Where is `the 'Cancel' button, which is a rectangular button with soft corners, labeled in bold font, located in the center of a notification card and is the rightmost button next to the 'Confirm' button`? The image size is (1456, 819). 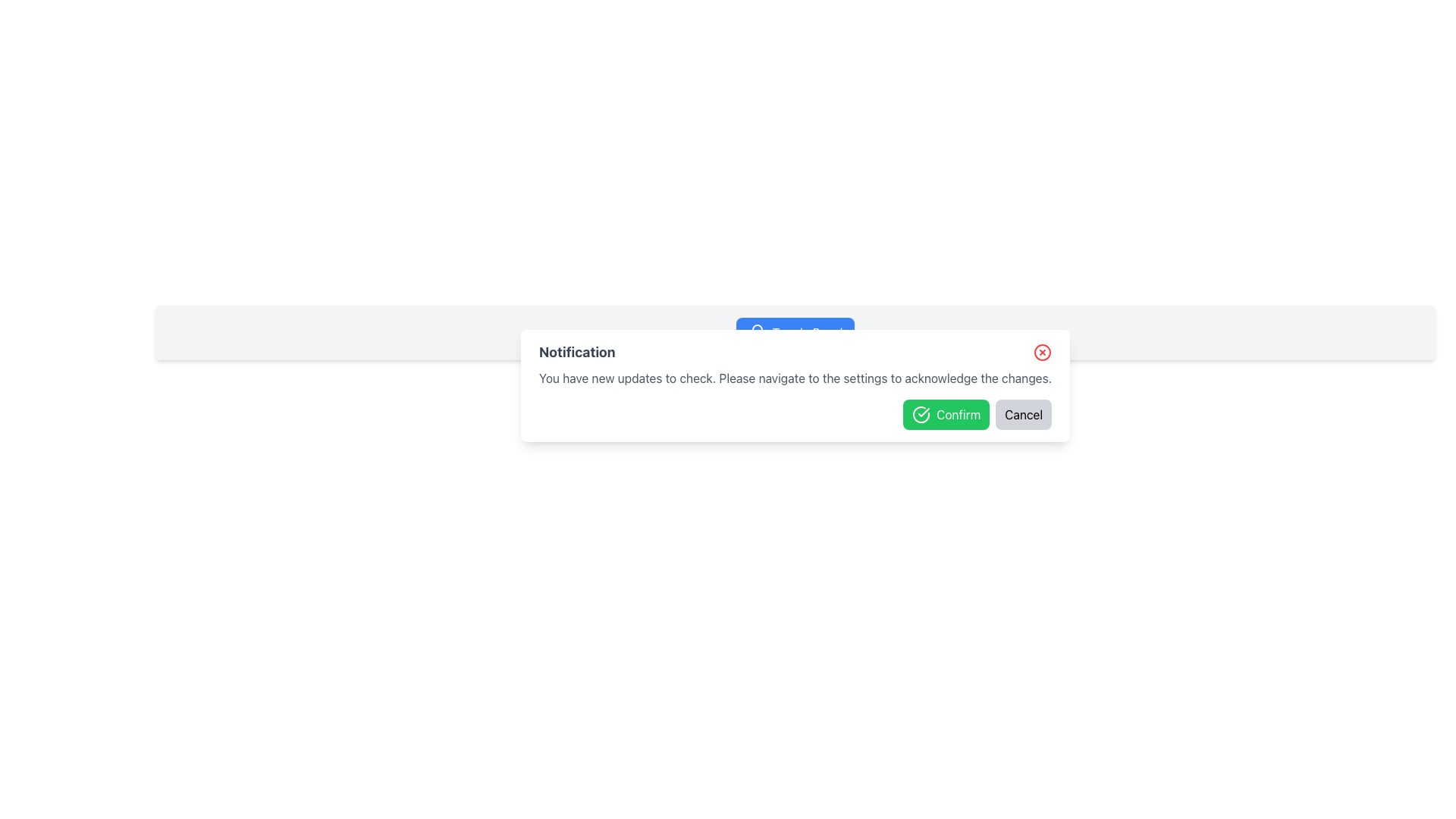 the 'Cancel' button, which is a rectangular button with soft corners, labeled in bold font, located in the center of a notification card and is the rightmost button next to the 'Confirm' button is located at coordinates (1024, 415).